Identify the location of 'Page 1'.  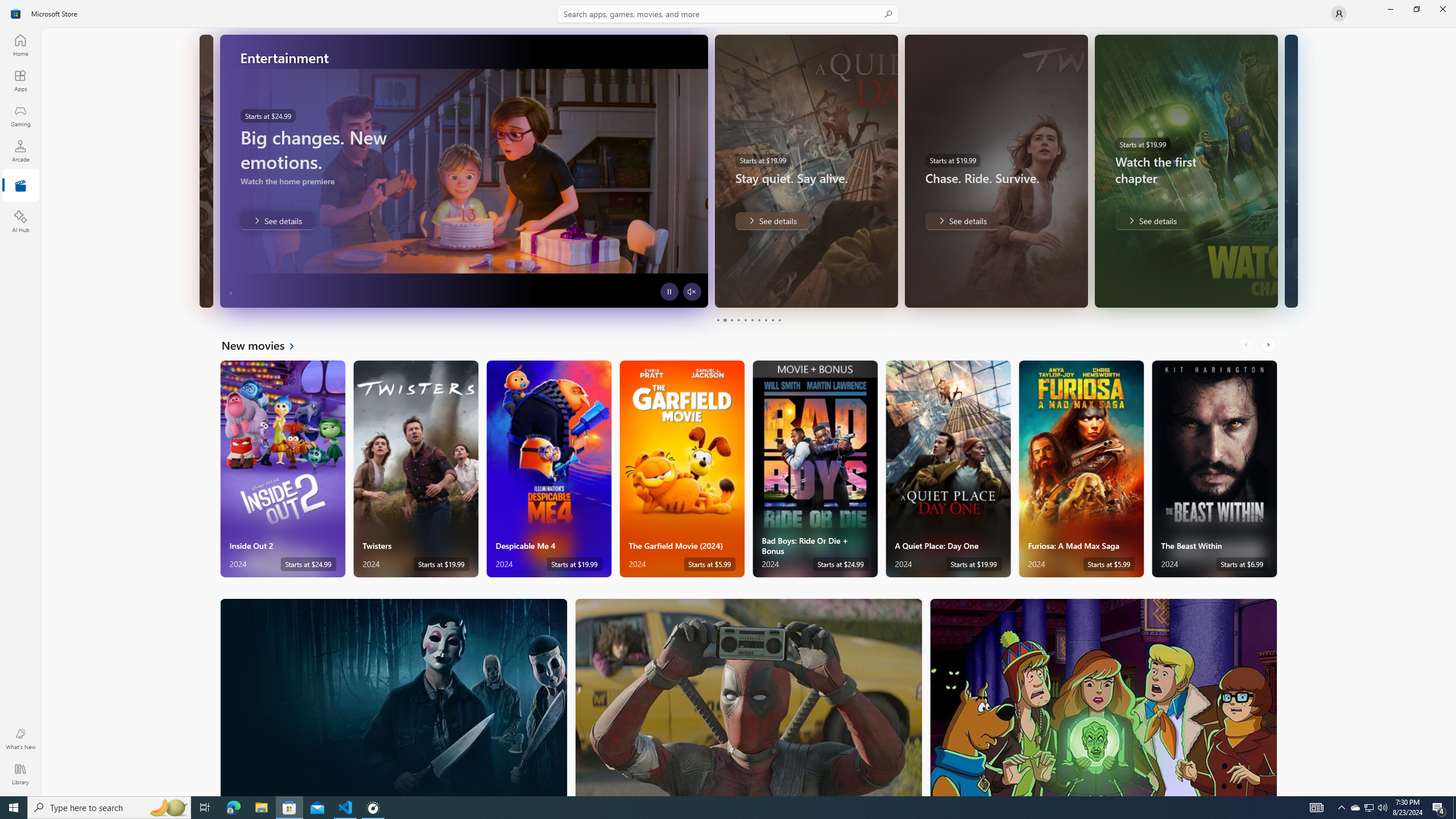
(717, 320).